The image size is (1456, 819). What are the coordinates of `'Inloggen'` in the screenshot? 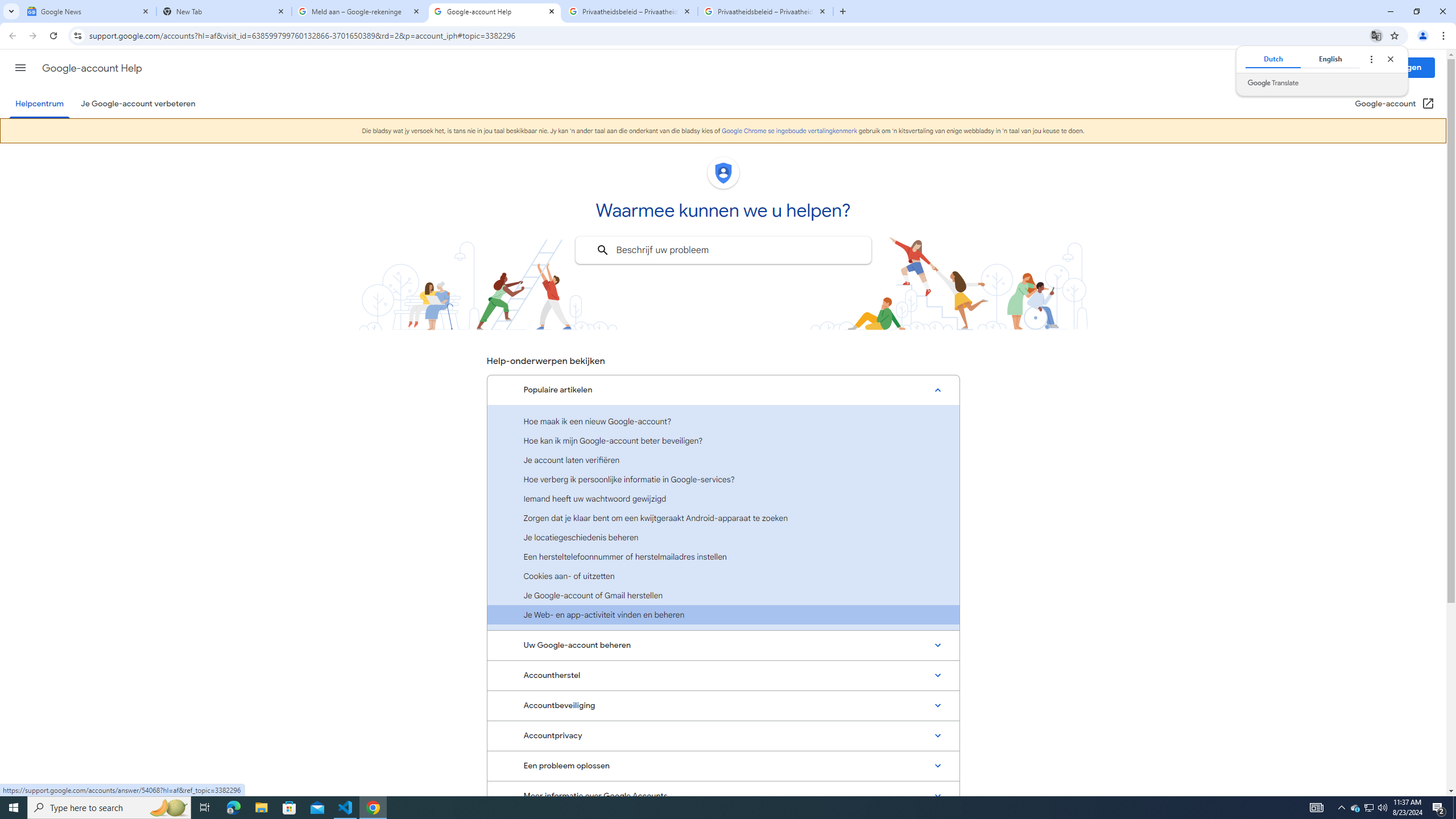 It's located at (1405, 67).